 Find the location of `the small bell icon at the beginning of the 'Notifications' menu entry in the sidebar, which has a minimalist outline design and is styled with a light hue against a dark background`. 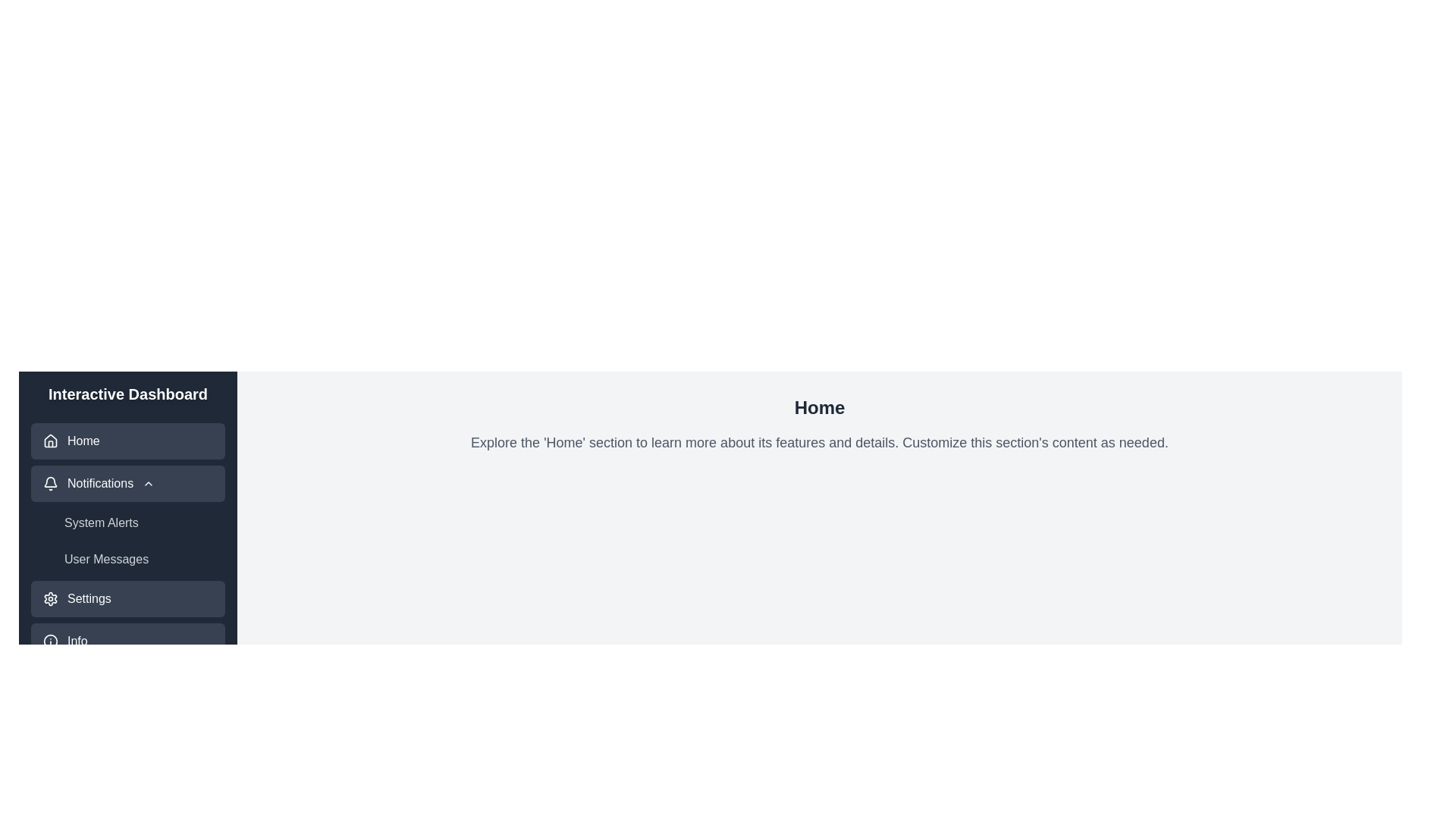

the small bell icon at the beginning of the 'Notifications' menu entry in the sidebar, which has a minimalist outline design and is styled with a light hue against a dark background is located at coordinates (51, 483).